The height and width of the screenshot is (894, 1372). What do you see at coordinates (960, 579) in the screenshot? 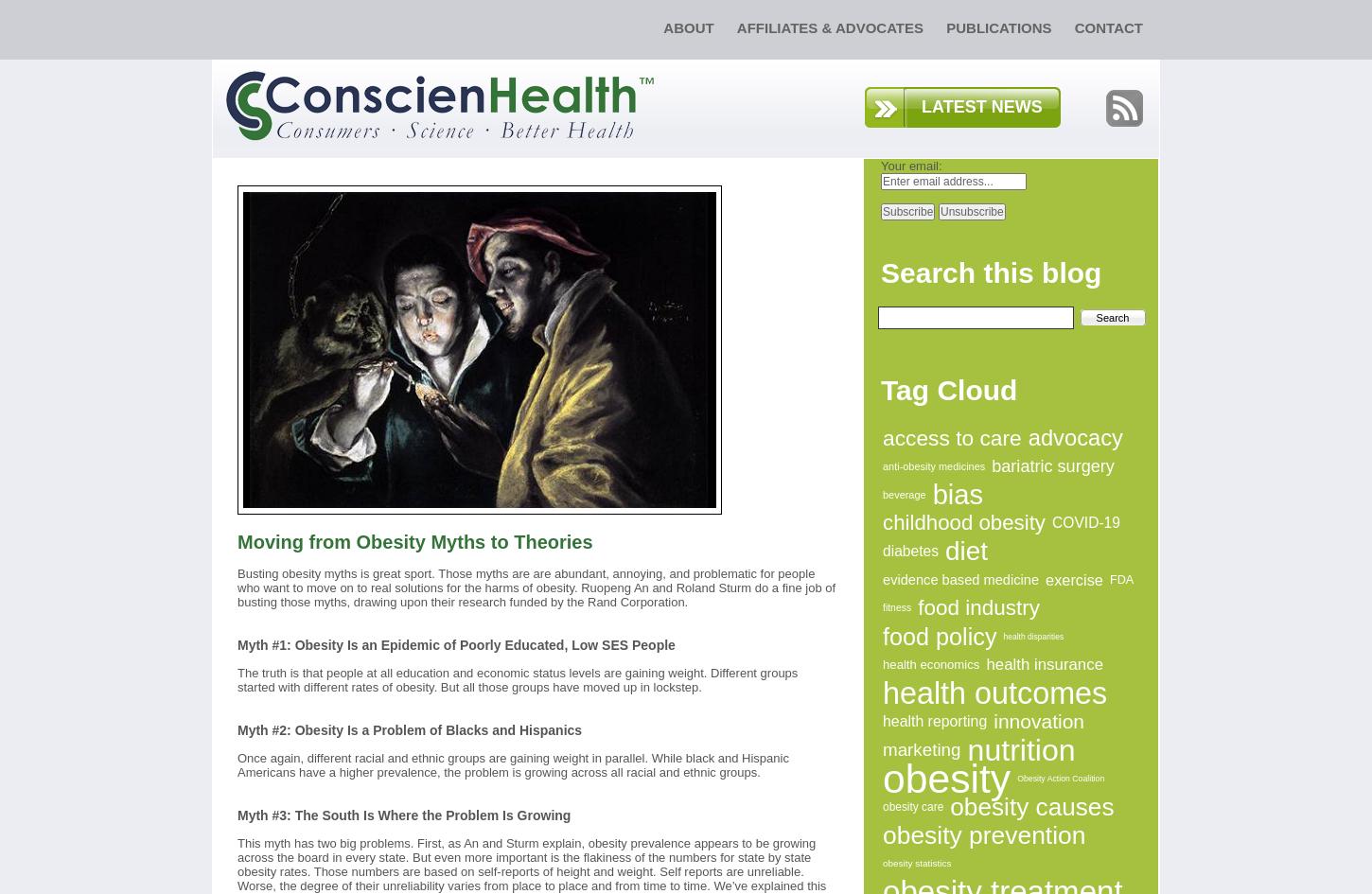
I see `'evidence based medicine'` at bounding box center [960, 579].